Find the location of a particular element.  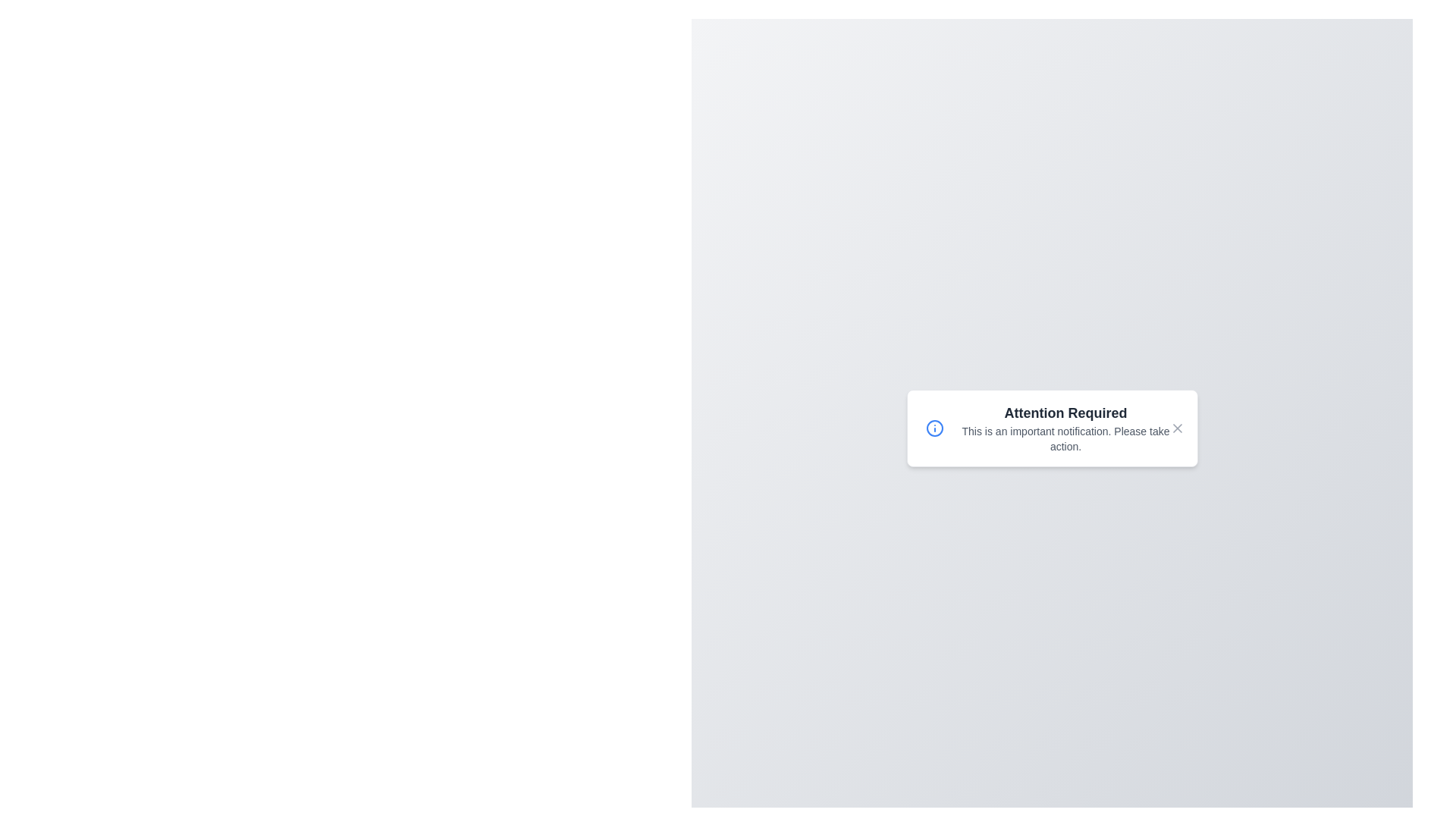

the close button to dismiss the alert is located at coordinates (1176, 428).